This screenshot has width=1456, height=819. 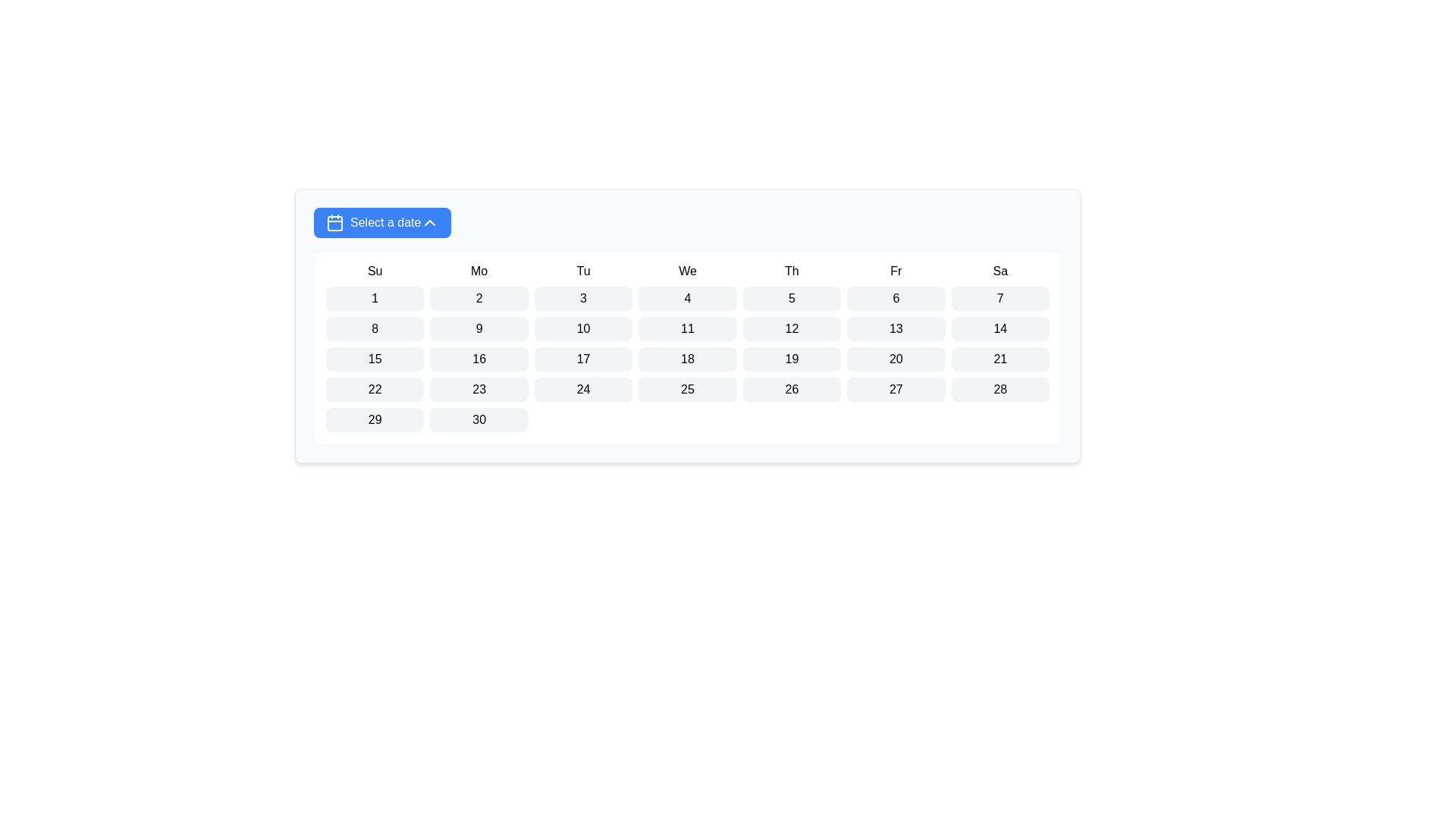 What do you see at coordinates (334, 223) in the screenshot?
I see `the blue rectangular button with rounded corners that represents a calendar or date selection functionality` at bounding box center [334, 223].